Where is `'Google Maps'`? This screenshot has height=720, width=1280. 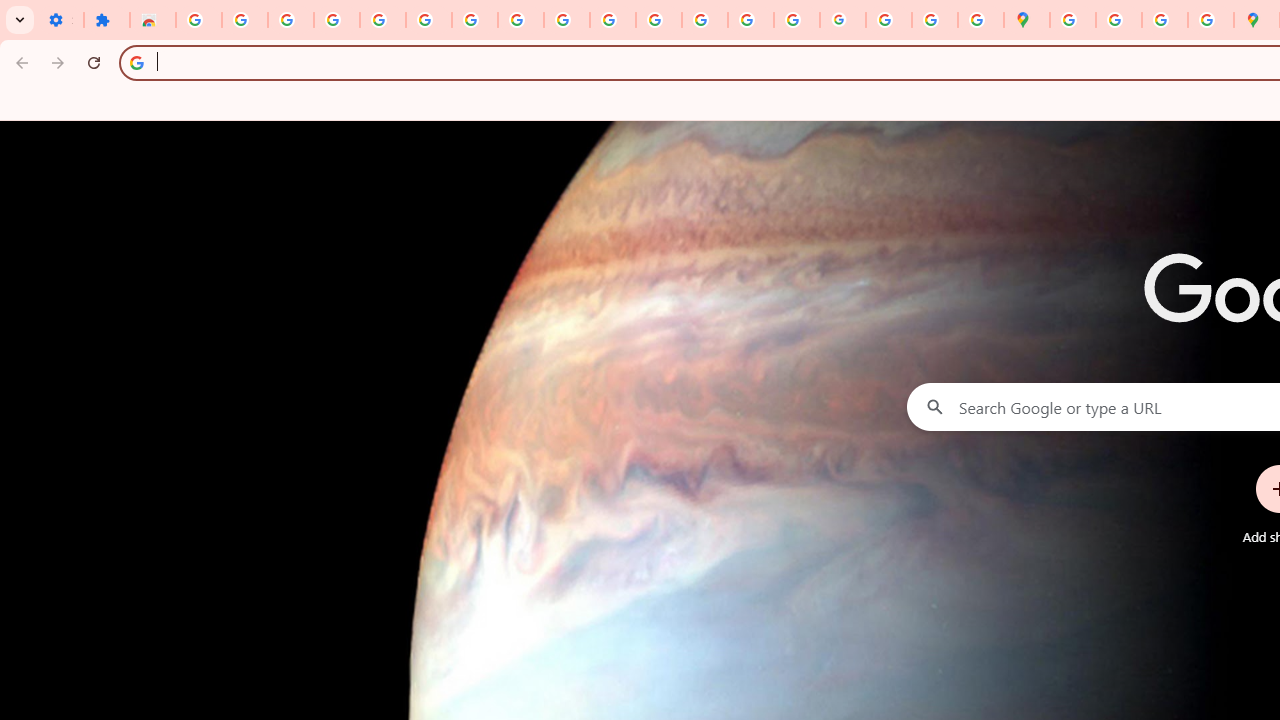 'Google Maps' is located at coordinates (1026, 20).